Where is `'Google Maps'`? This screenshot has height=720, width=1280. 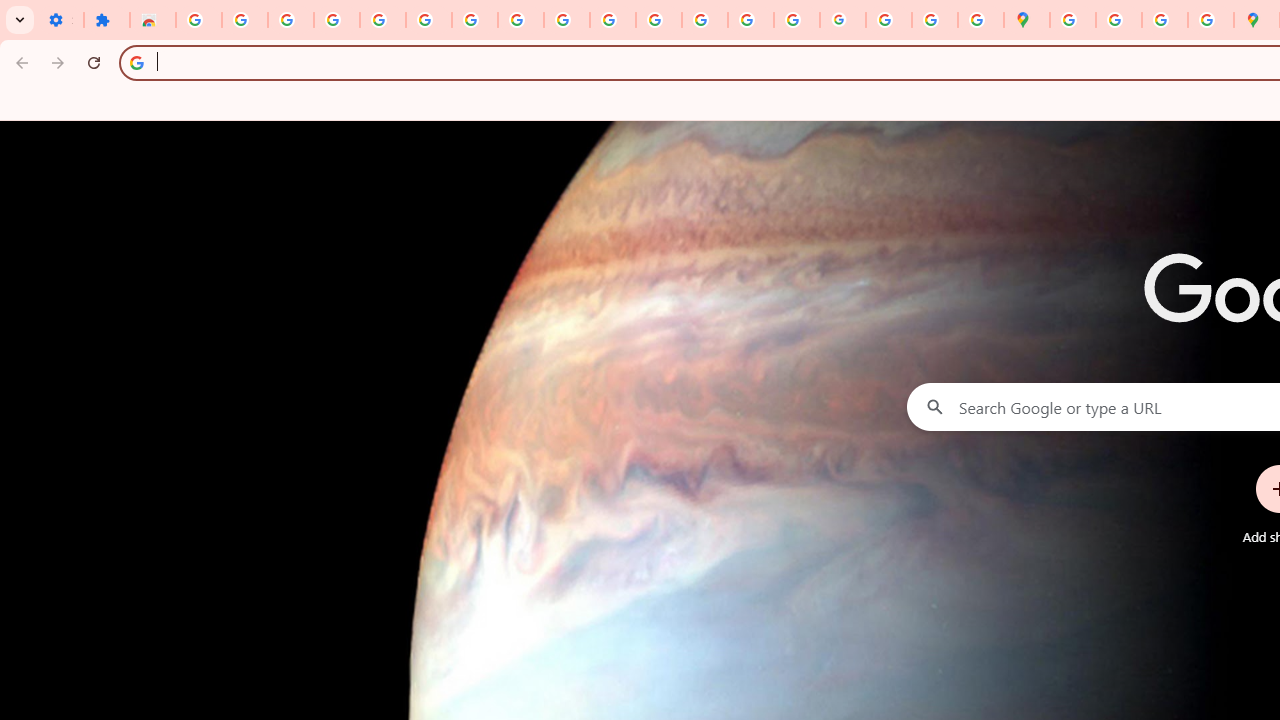 'Google Maps' is located at coordinates (1026, 20).